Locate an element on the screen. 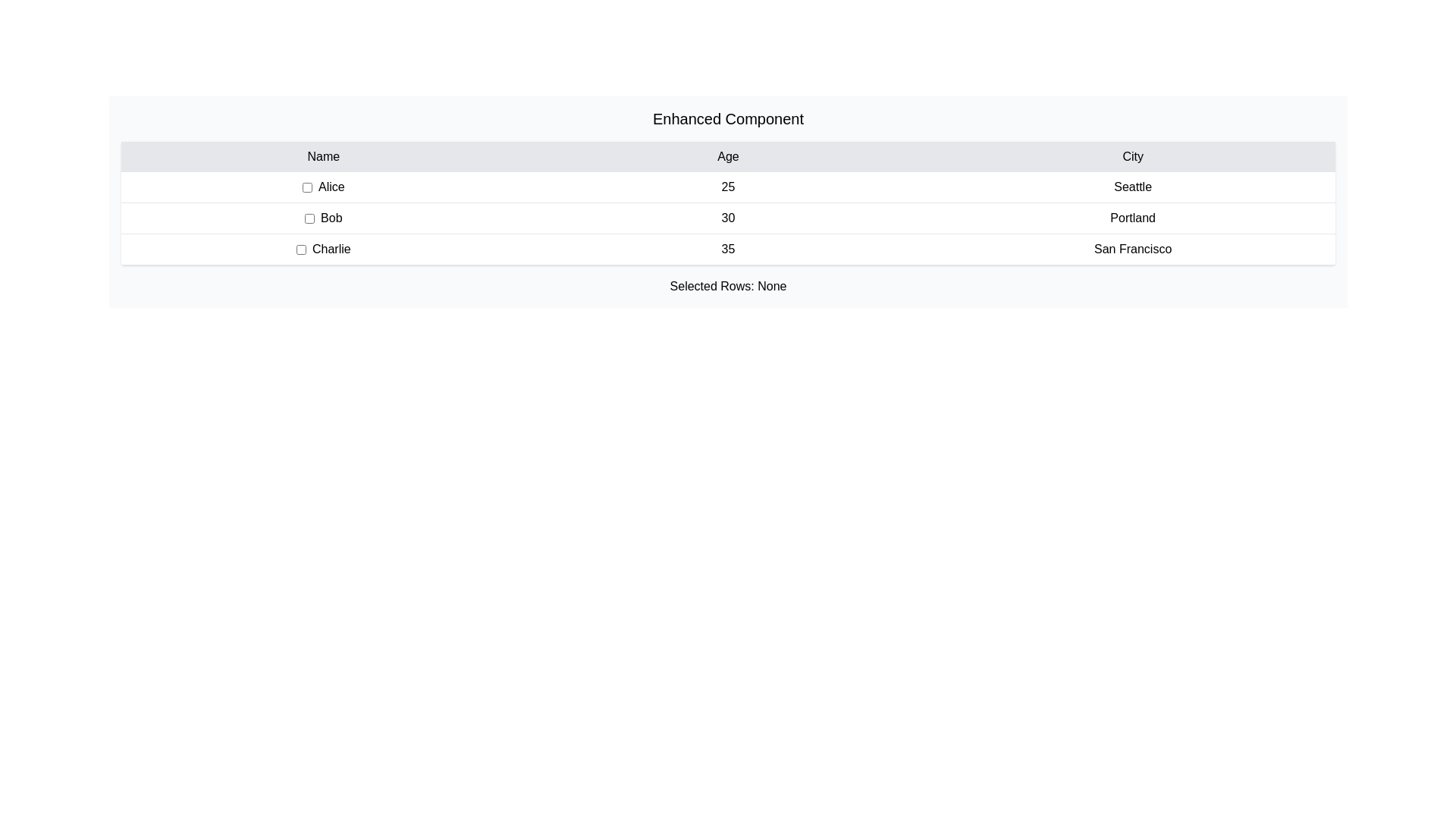  the text label displaying the age of 'Bob' located in the second row of the table under the 'Age' column is located at coordinates (728, 218).